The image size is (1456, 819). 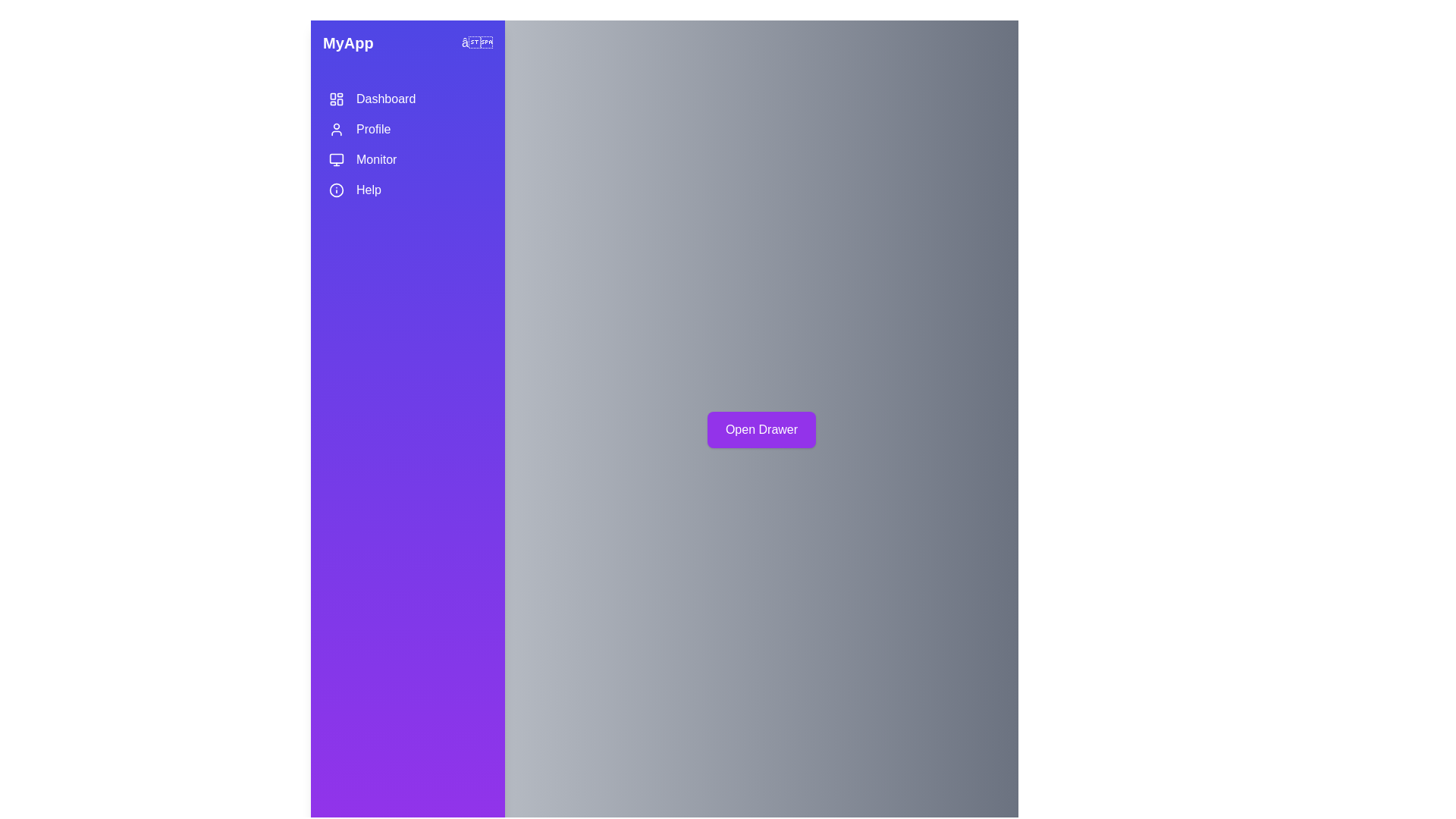 What do you see at coordinates (407, 128) in the screenshot?
I see `the interactive element Profile to observe visual feedback` at bounding box center [407, 128].